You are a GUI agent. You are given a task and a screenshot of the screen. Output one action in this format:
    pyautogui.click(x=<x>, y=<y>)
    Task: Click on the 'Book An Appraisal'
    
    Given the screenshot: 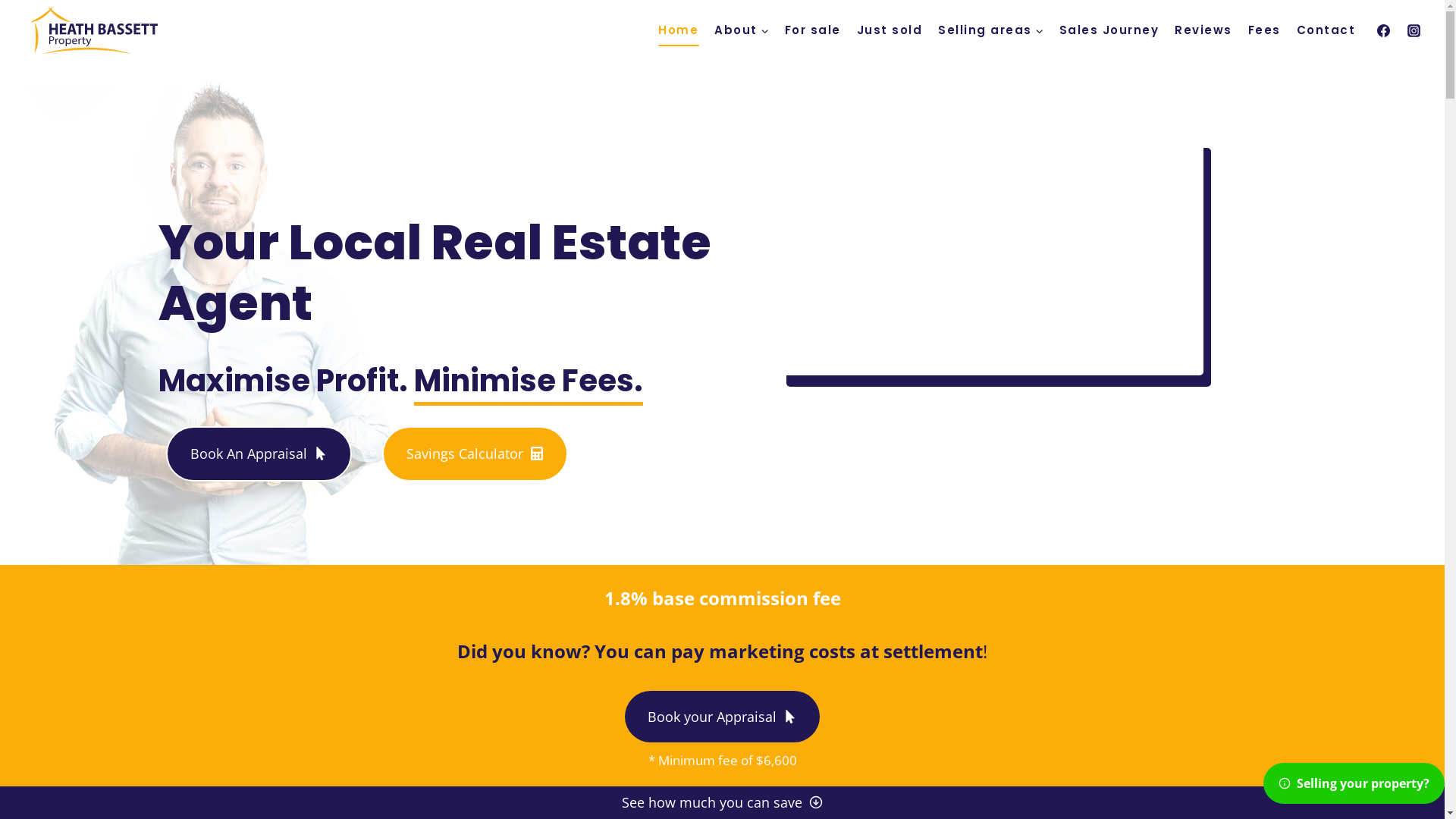 What is the action you would take?
    pyautogui.click(x=258, y=453)
    